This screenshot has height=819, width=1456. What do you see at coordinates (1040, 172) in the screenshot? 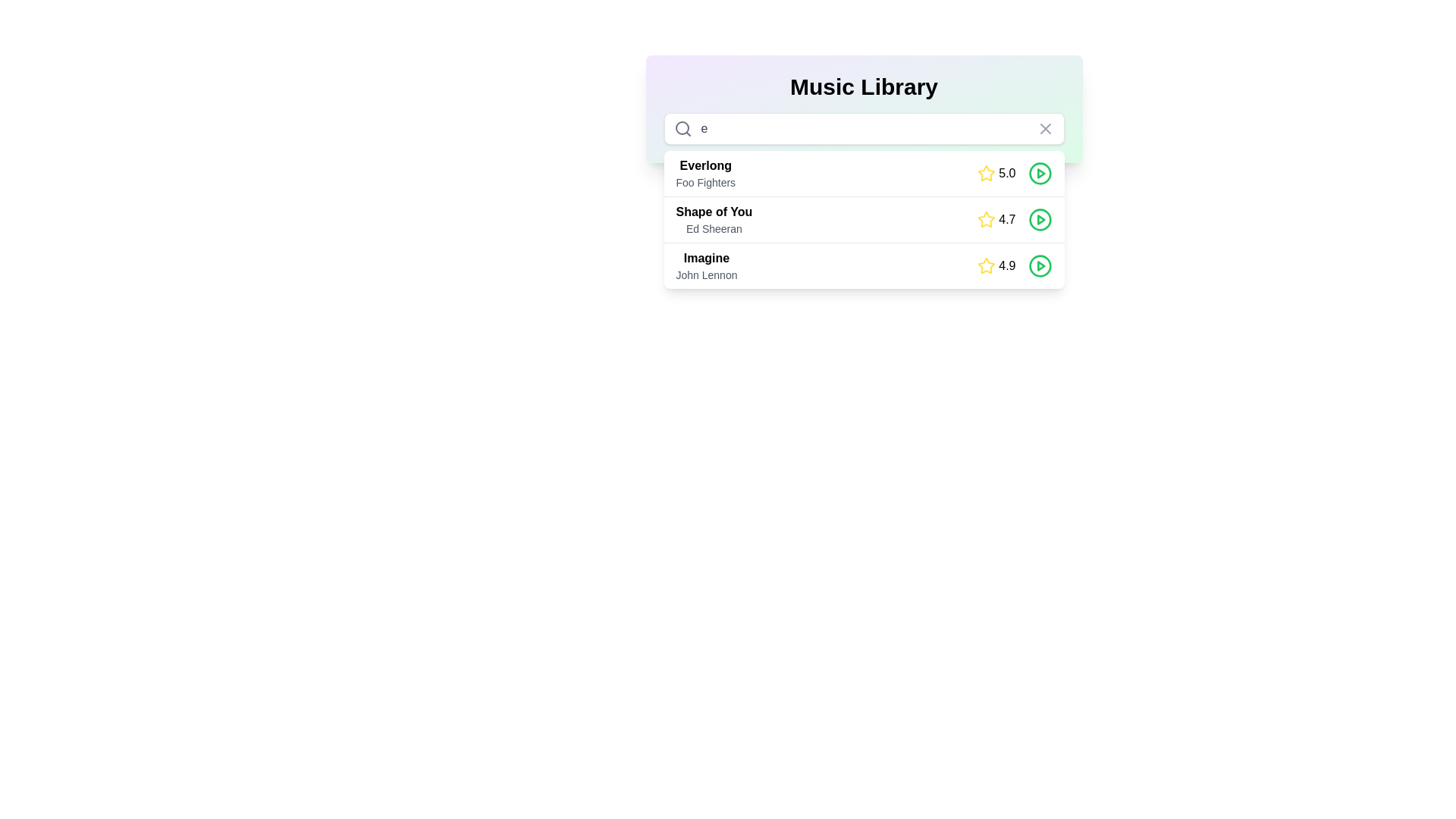
I see `the triangular play icon located within the circular play button, which is positioned to the right of the second list item in the application interface, to initiate playback` at bounding box center [1040, 172].